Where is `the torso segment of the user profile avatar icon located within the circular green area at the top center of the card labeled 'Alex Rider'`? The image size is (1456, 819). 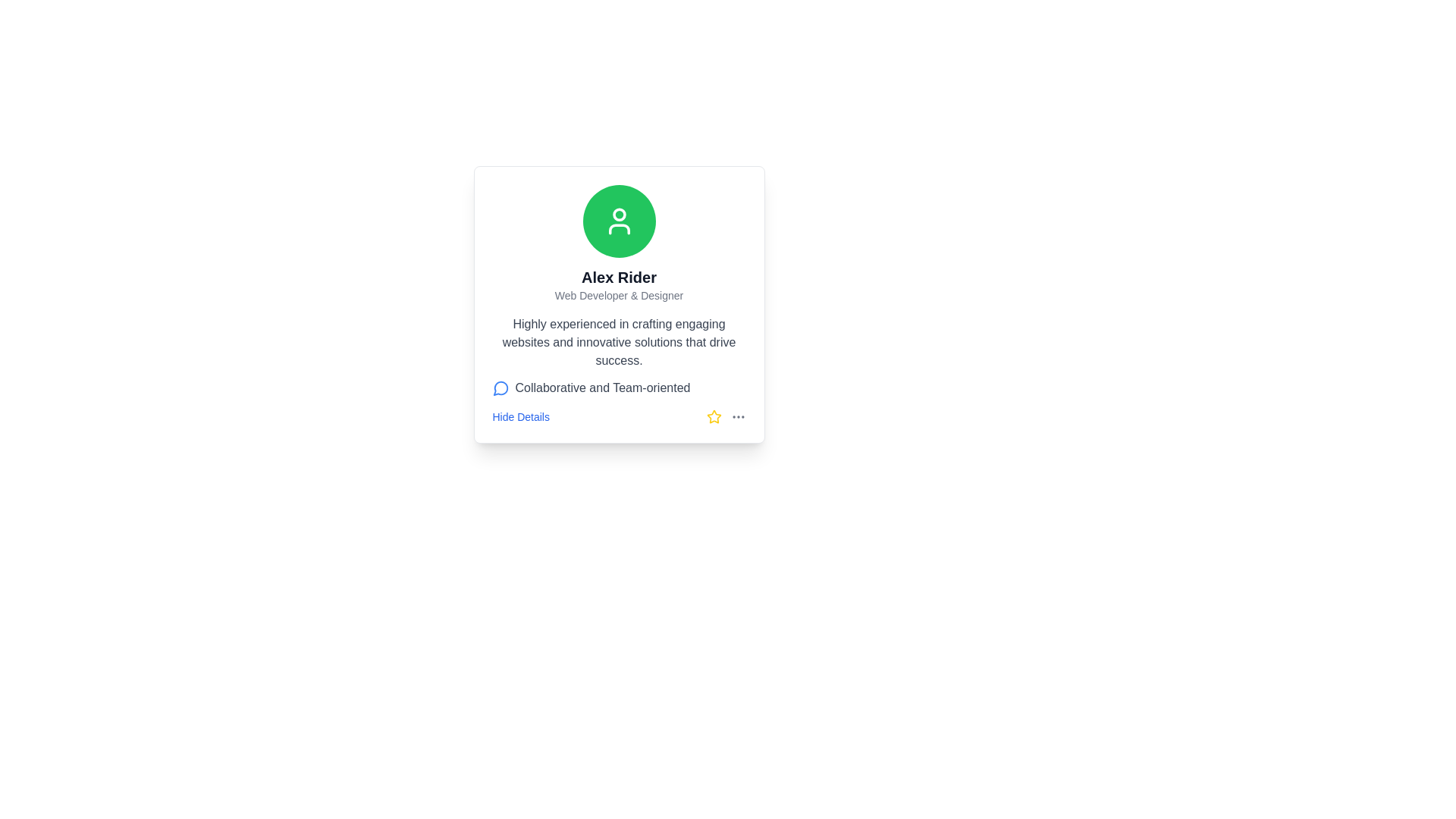
the torso segment of the user profile avatar icon located within the circular green area at the top center of the card labeled 'Alex Rider' is located at coordinates (619, 229).